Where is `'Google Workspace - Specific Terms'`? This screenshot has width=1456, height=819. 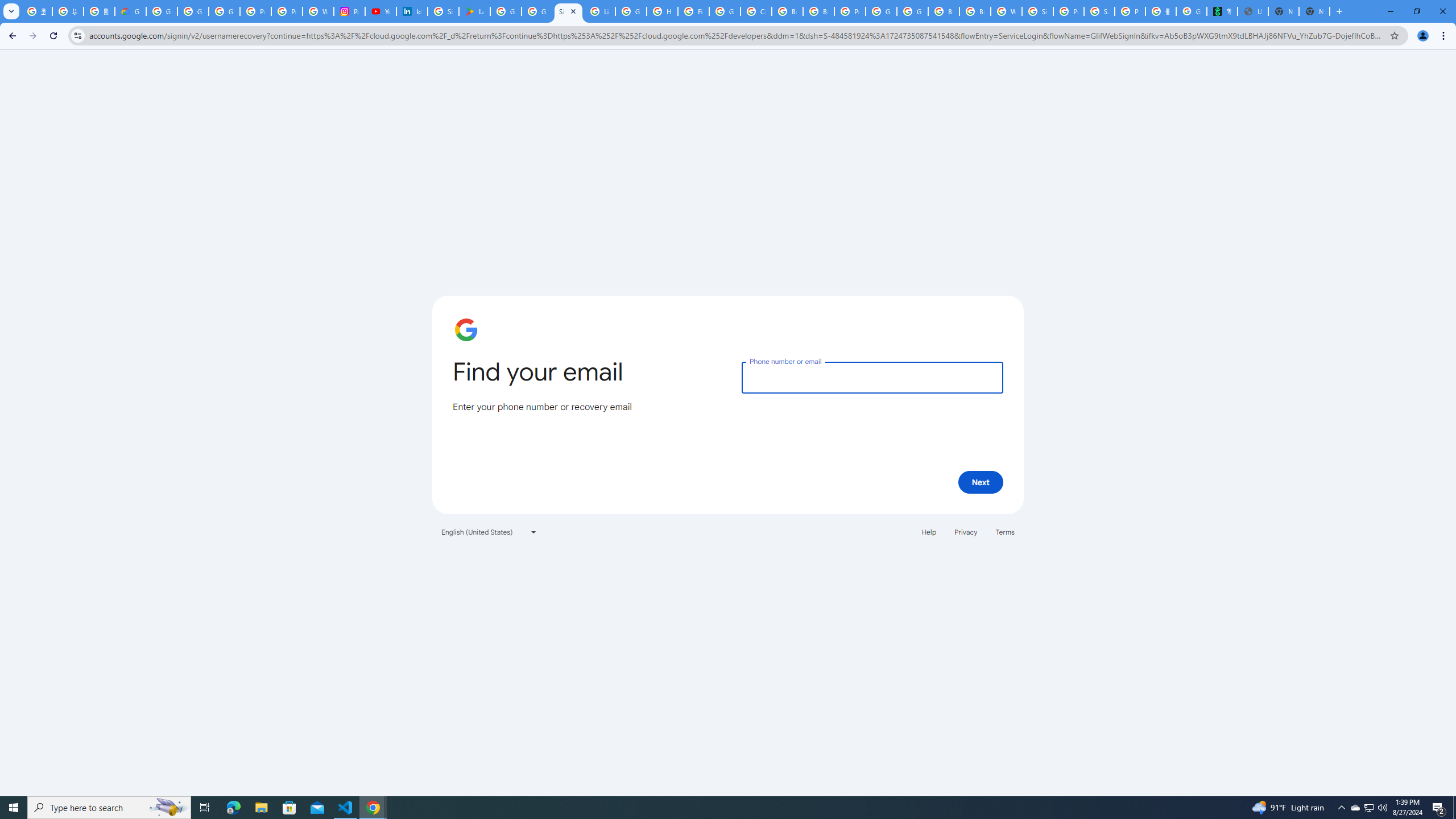 'Google Workspace - Specific Terms' is located at coordinates (536, 11).